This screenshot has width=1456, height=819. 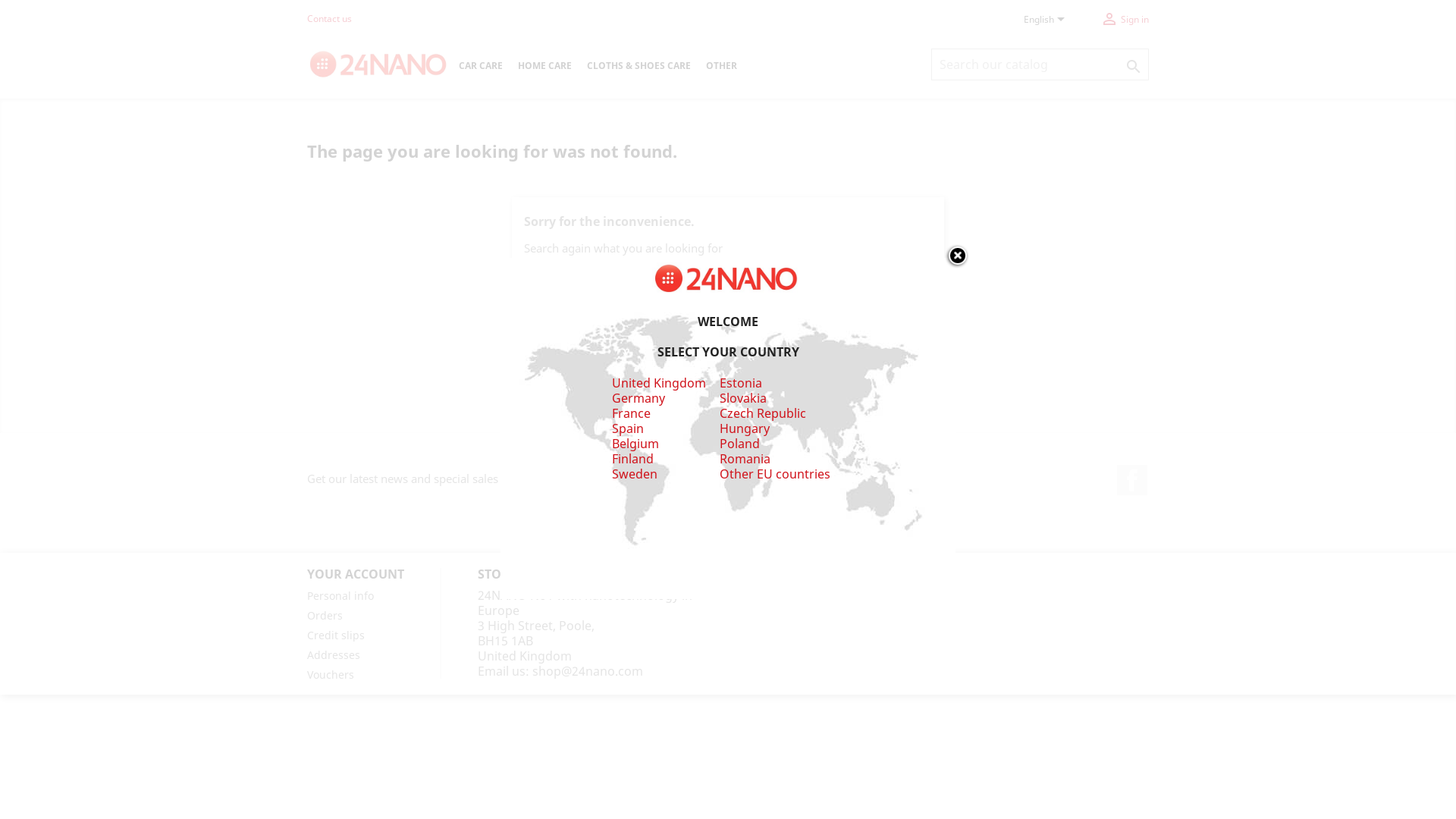 I want to click on 'Belgium', so click(x=634, y=444).